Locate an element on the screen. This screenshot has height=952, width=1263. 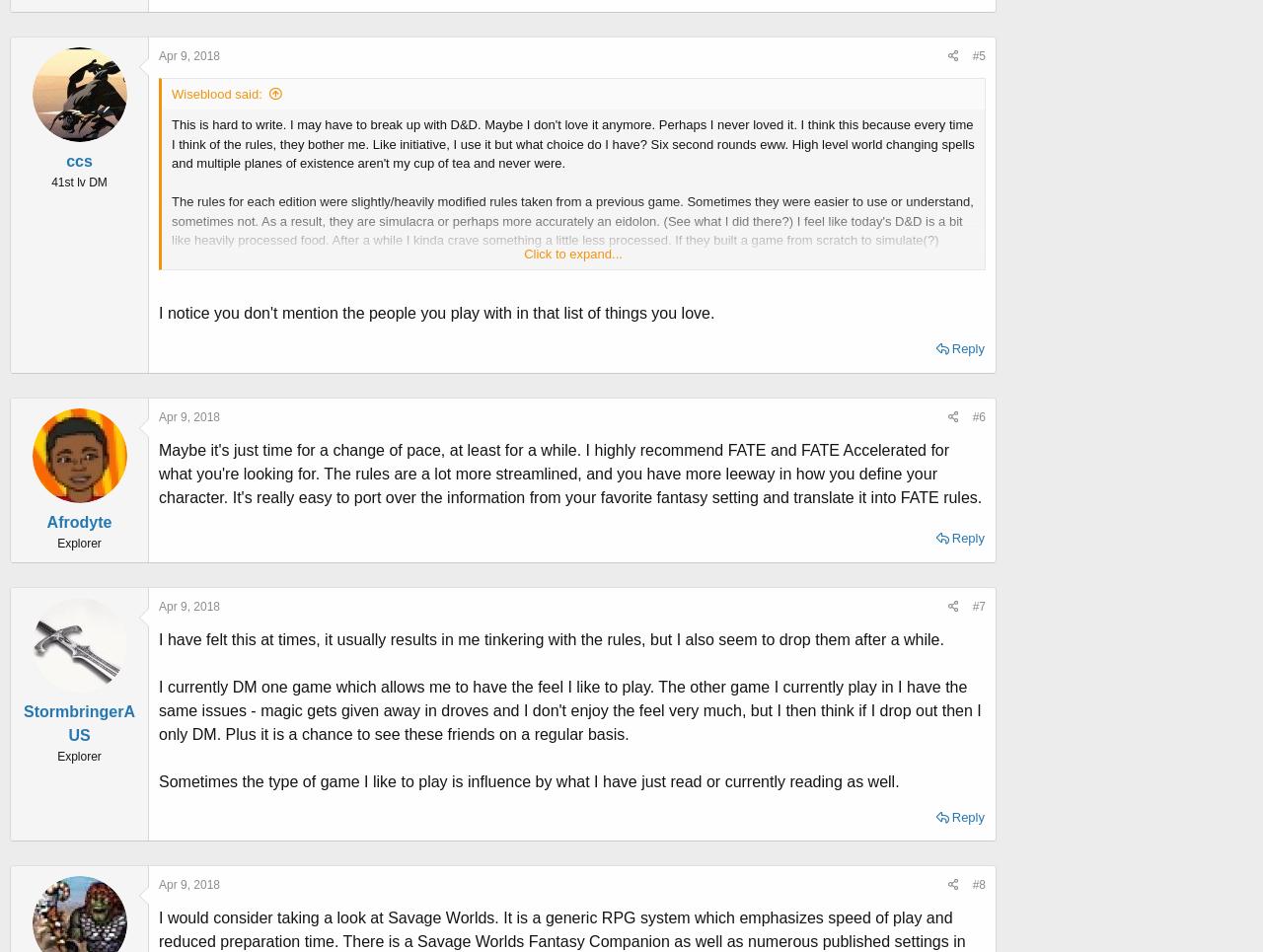
'Solving puzzles and riddles' is located at coordinates (248, 412).